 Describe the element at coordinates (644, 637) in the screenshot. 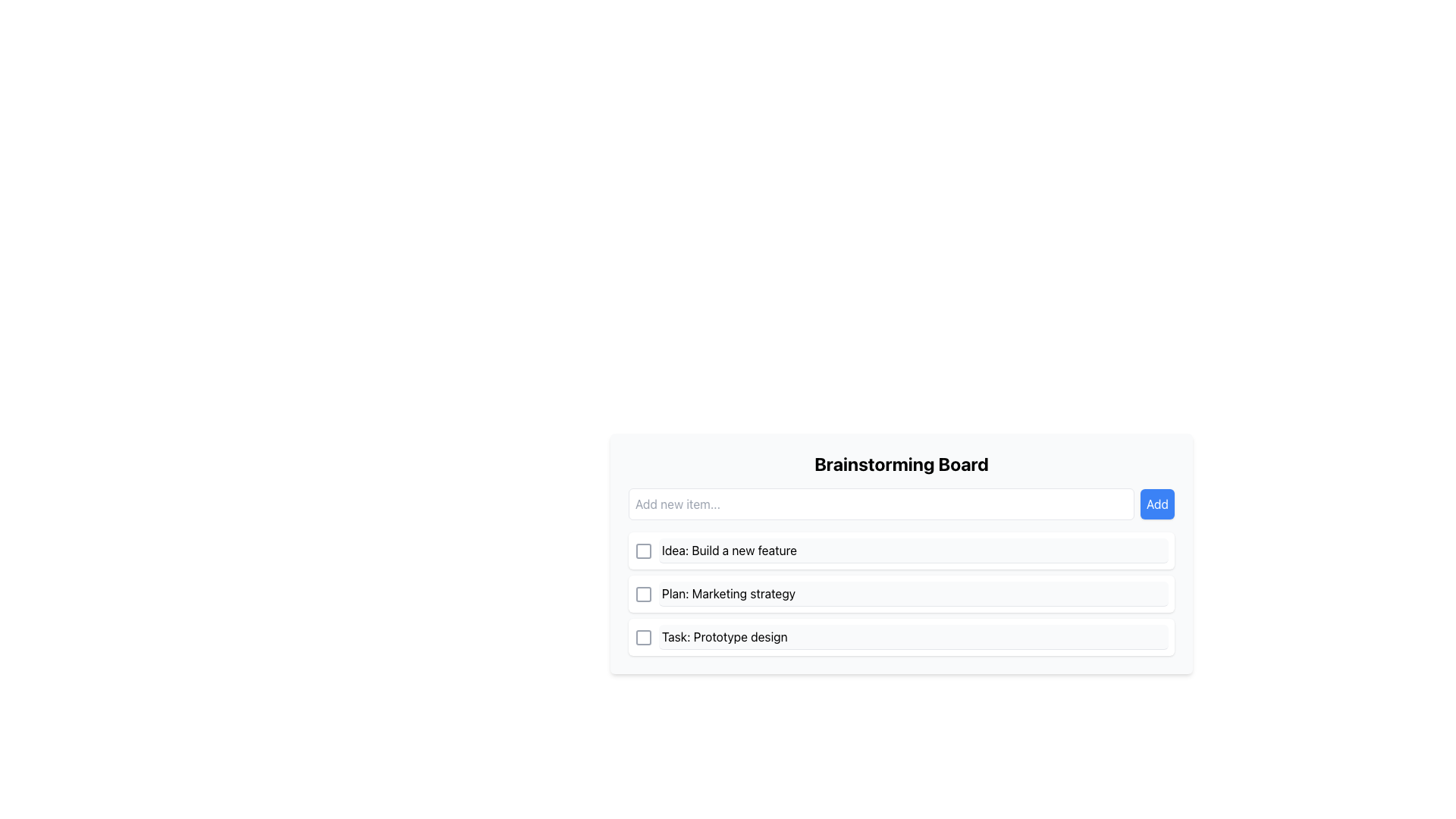

I see `the checkbox located to the left of the list item text 'Task: Prototype design'` at that location.